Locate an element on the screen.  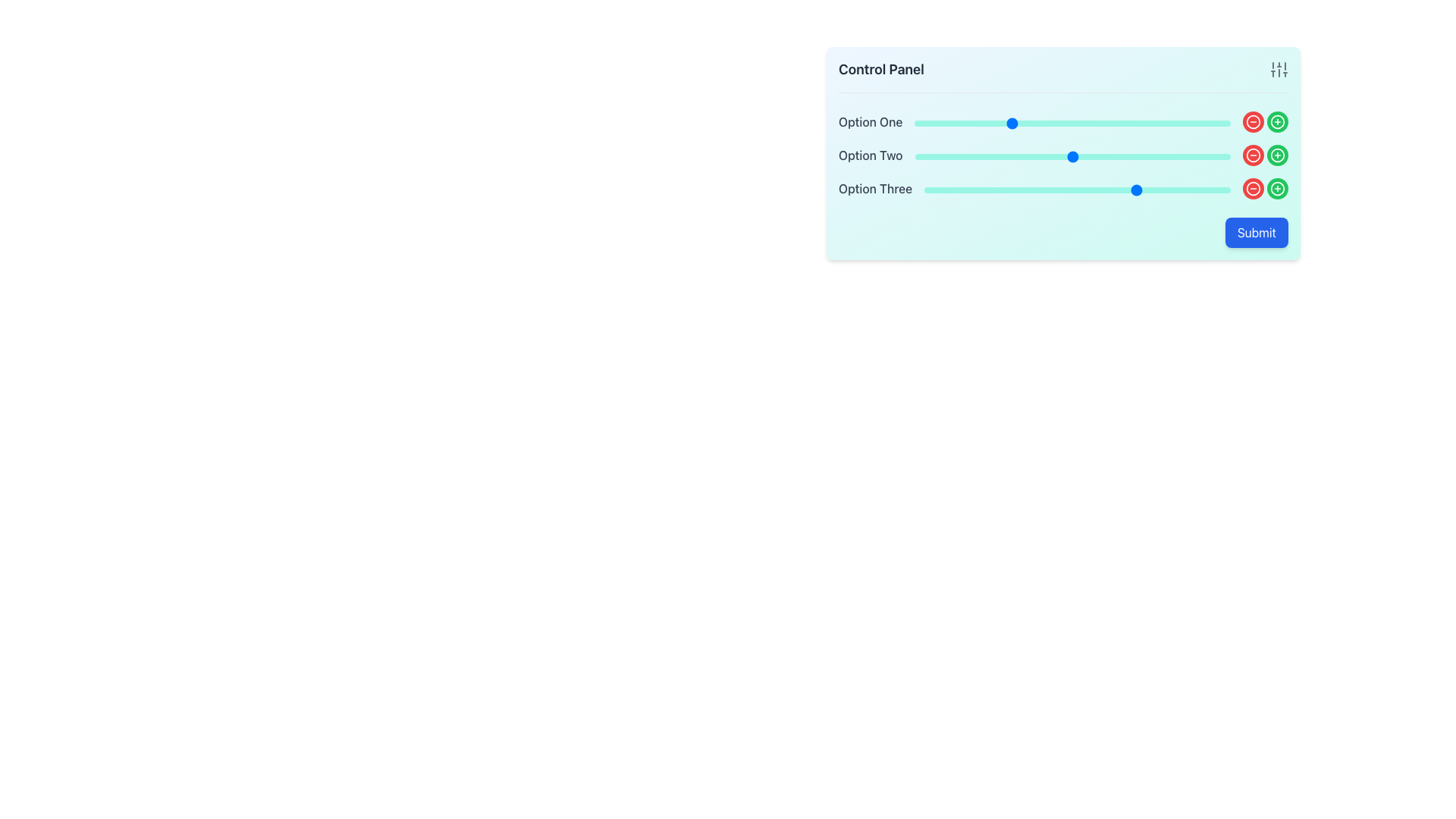
the slider is located at coordinates (1218, 157).